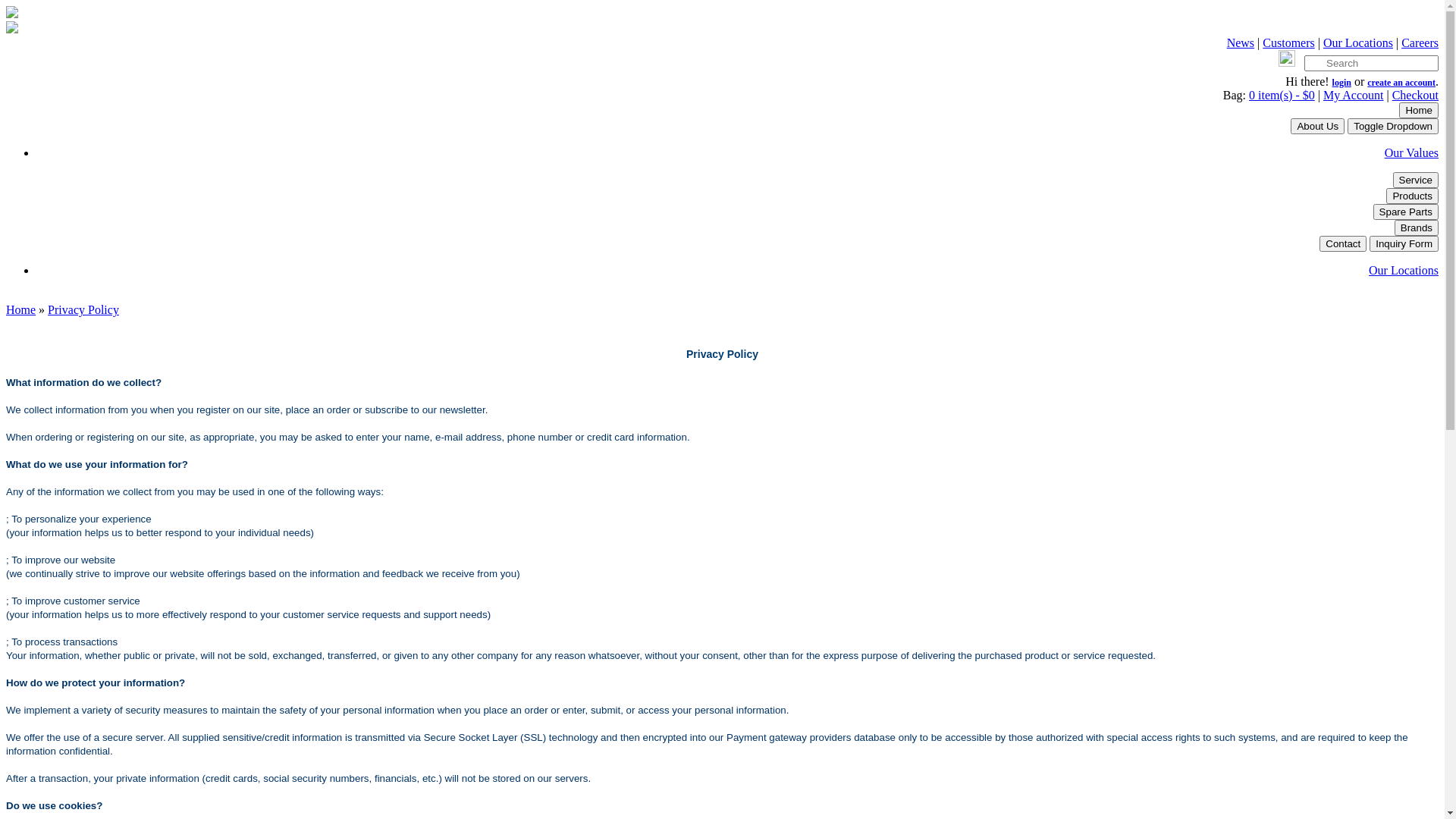 The width and height of the screenshot is (1456, 819). I want to click on 'About Us', so click(1290, 125).